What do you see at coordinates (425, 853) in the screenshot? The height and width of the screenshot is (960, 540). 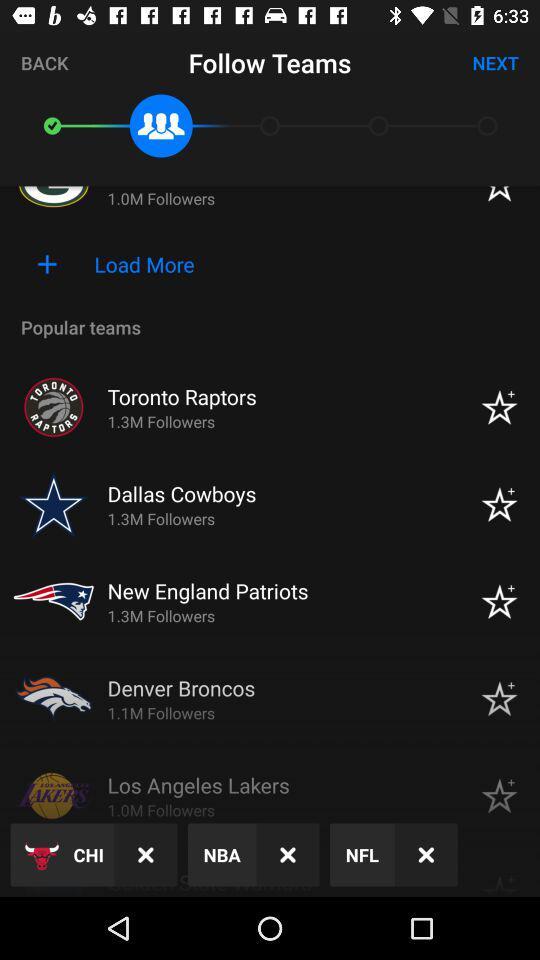 I see `the close icon` at bounding box center [425, 853].